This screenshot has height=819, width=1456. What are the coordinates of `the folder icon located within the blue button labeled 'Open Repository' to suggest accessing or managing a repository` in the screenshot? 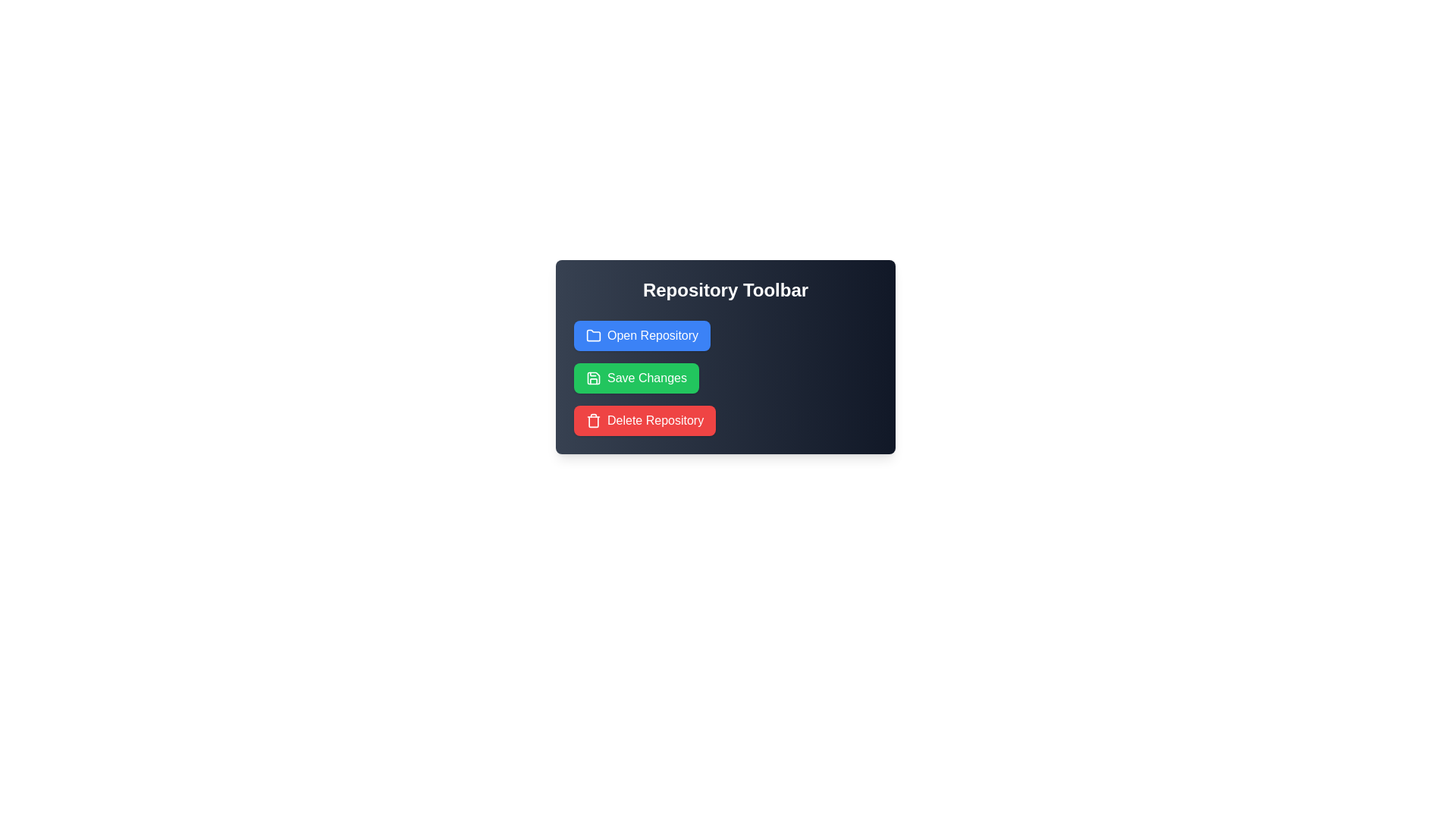 It's located at (592, 334).